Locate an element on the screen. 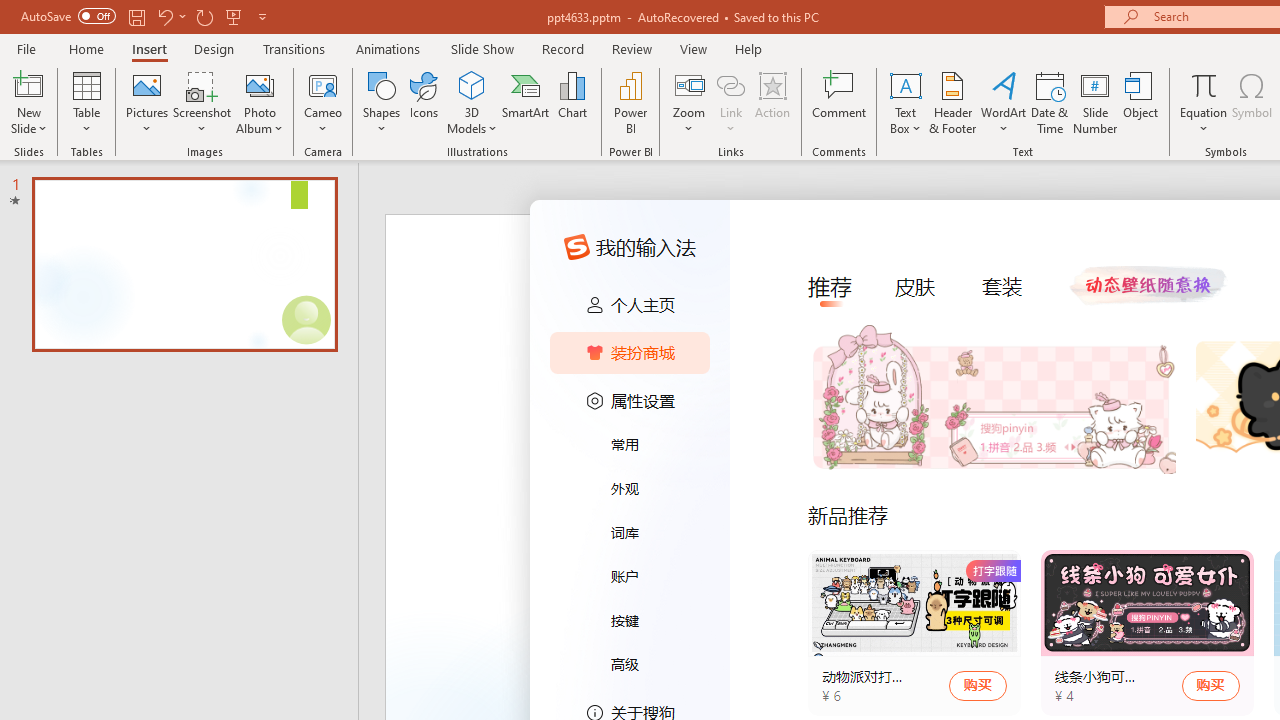 This screenshot has width=1280, height=720. 'Date & Time...' is located at coordinates (1049, 103).